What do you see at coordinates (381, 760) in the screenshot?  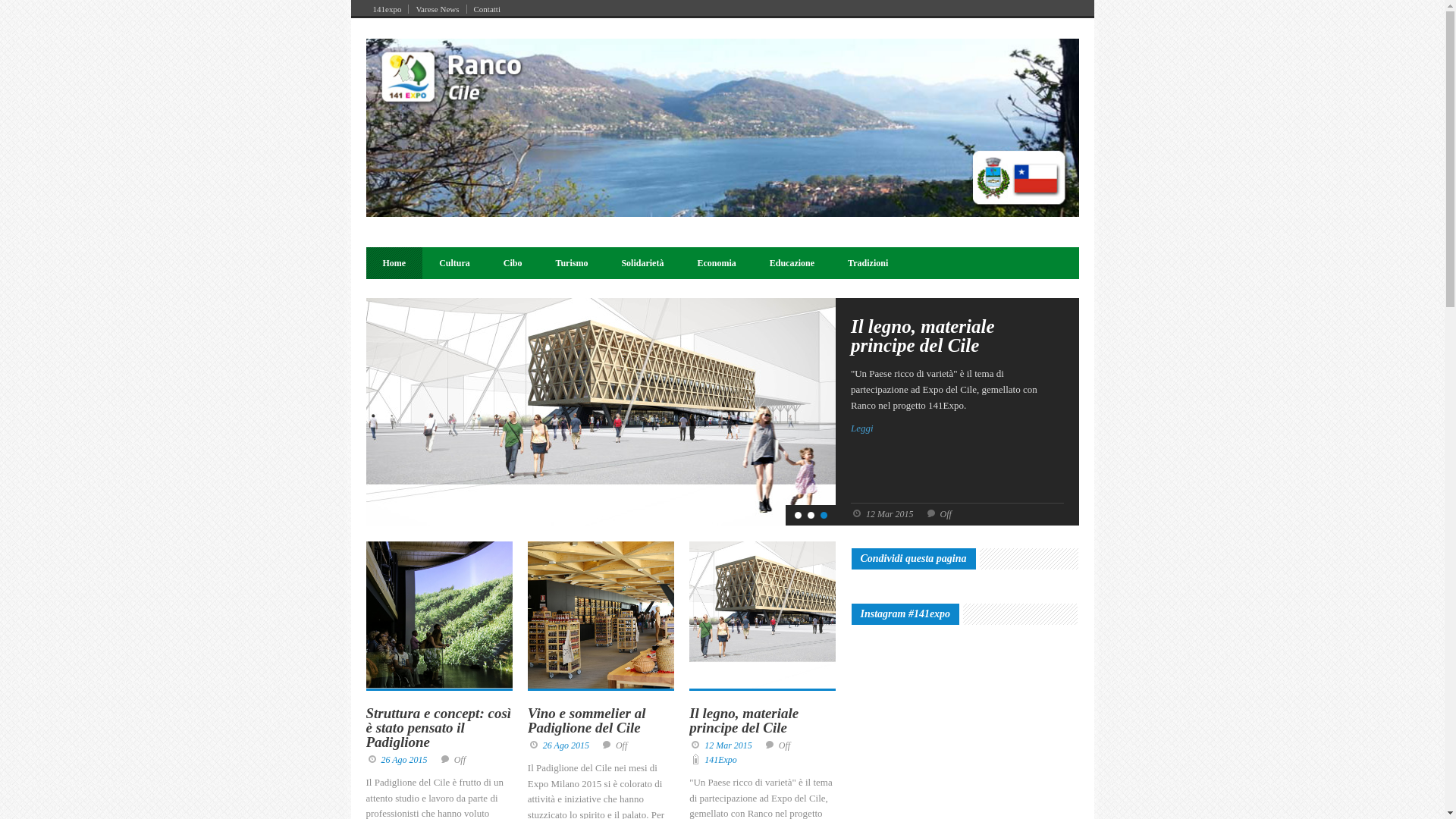 I see `'26 Ago 2015'` at bounding box center [381, 760].